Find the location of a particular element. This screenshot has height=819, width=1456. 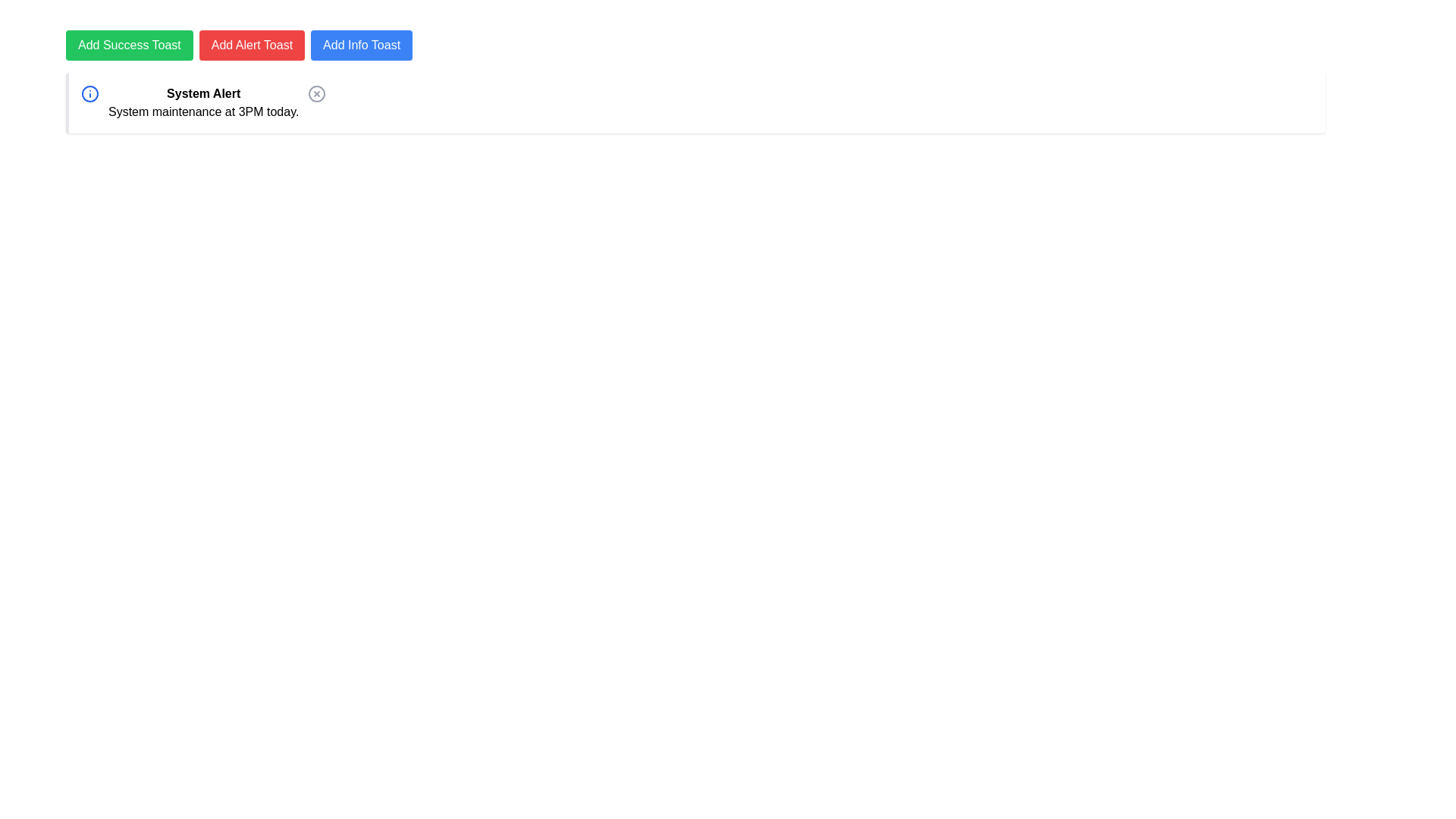

text of the Textual Display Component that contains the bold title 'System Alert' and the message 'System maintenance at 3PM today.' is located at coordinates (202, 102).